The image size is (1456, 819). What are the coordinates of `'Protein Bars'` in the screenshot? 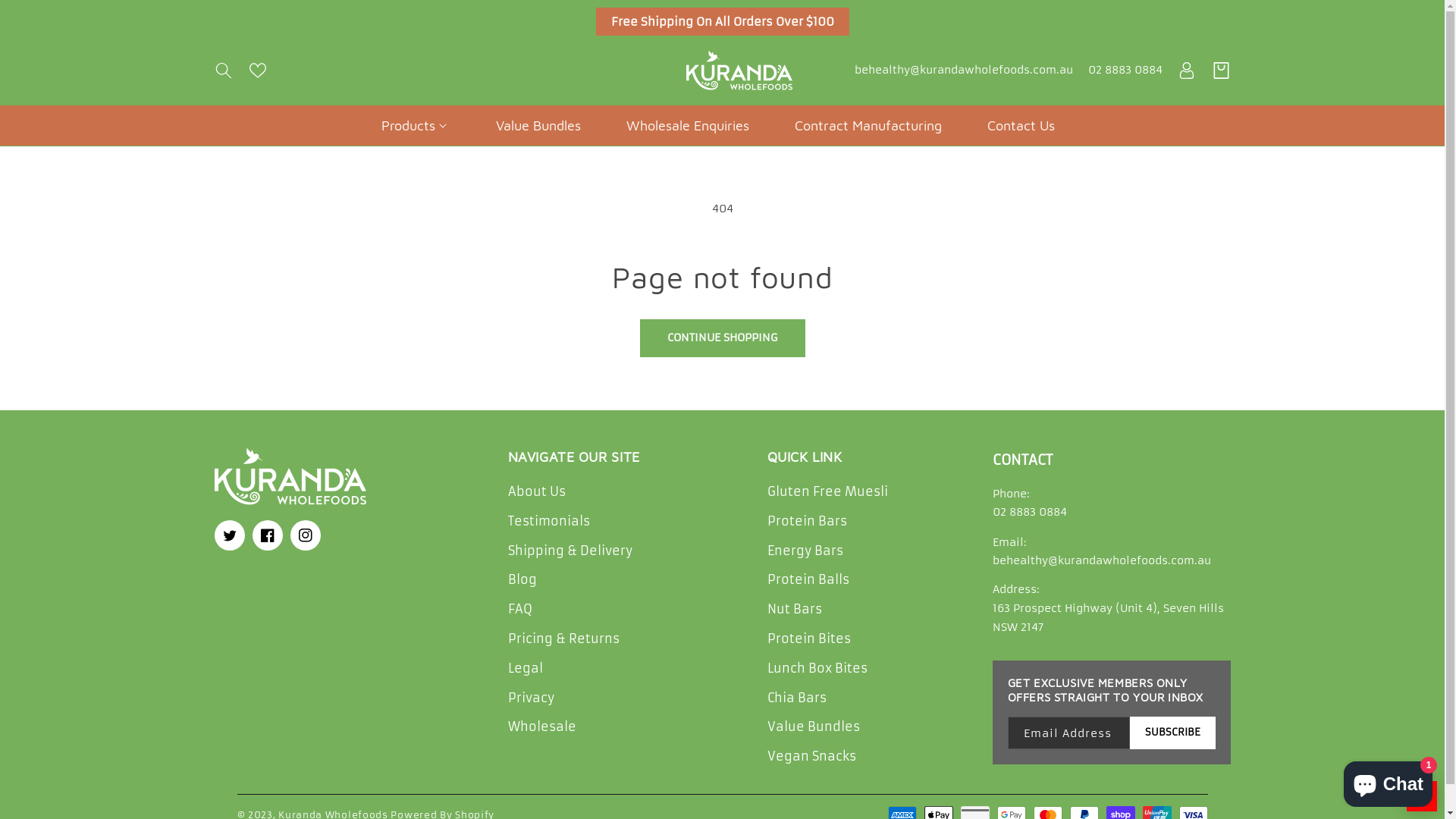 It's located at (806, 520).